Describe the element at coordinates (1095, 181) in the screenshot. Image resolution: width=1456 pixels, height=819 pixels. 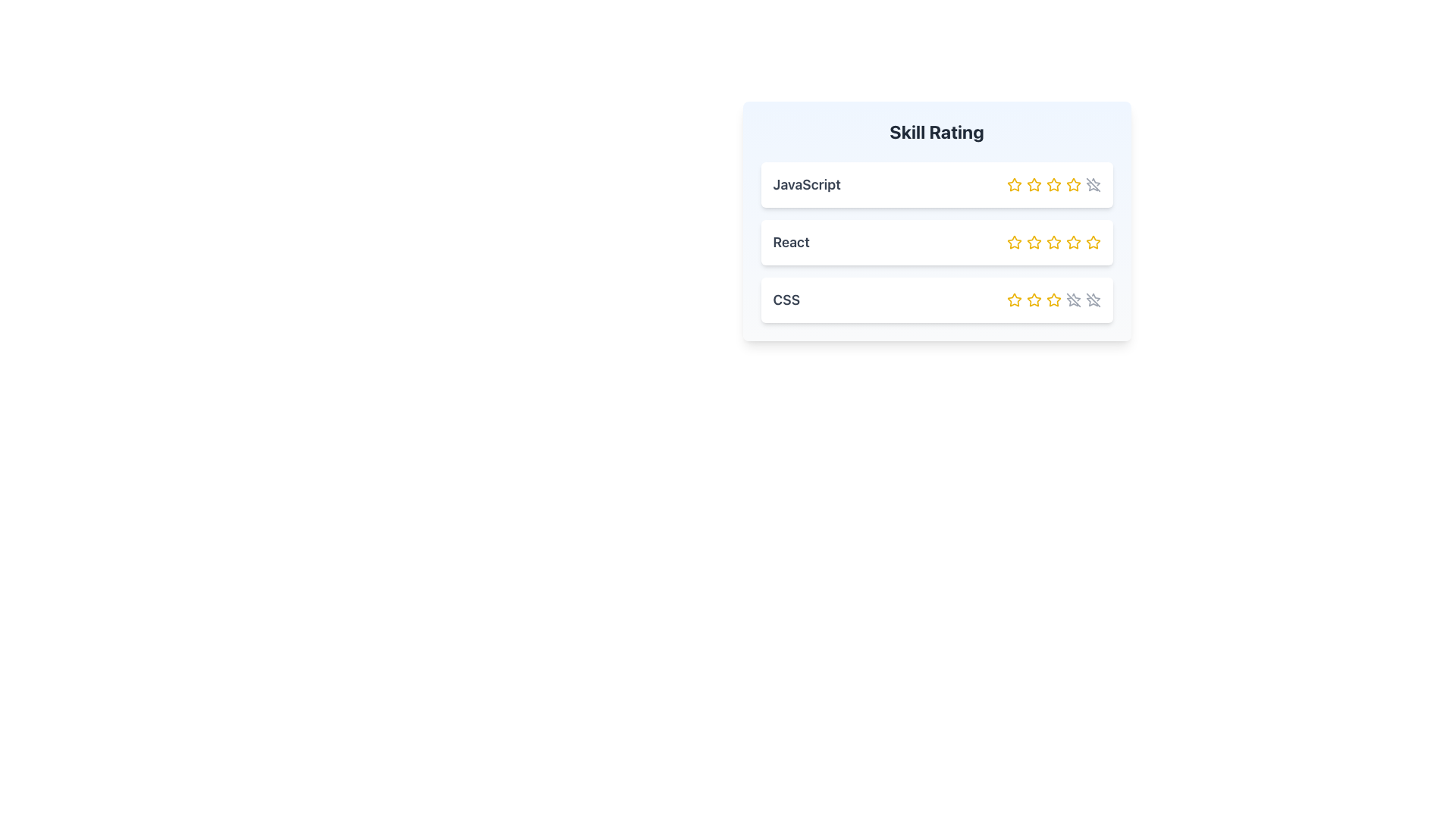
I see `the second part of the star icon group representing the first rating star for the 'JavaScript' skill in the skill rating section` at that location.